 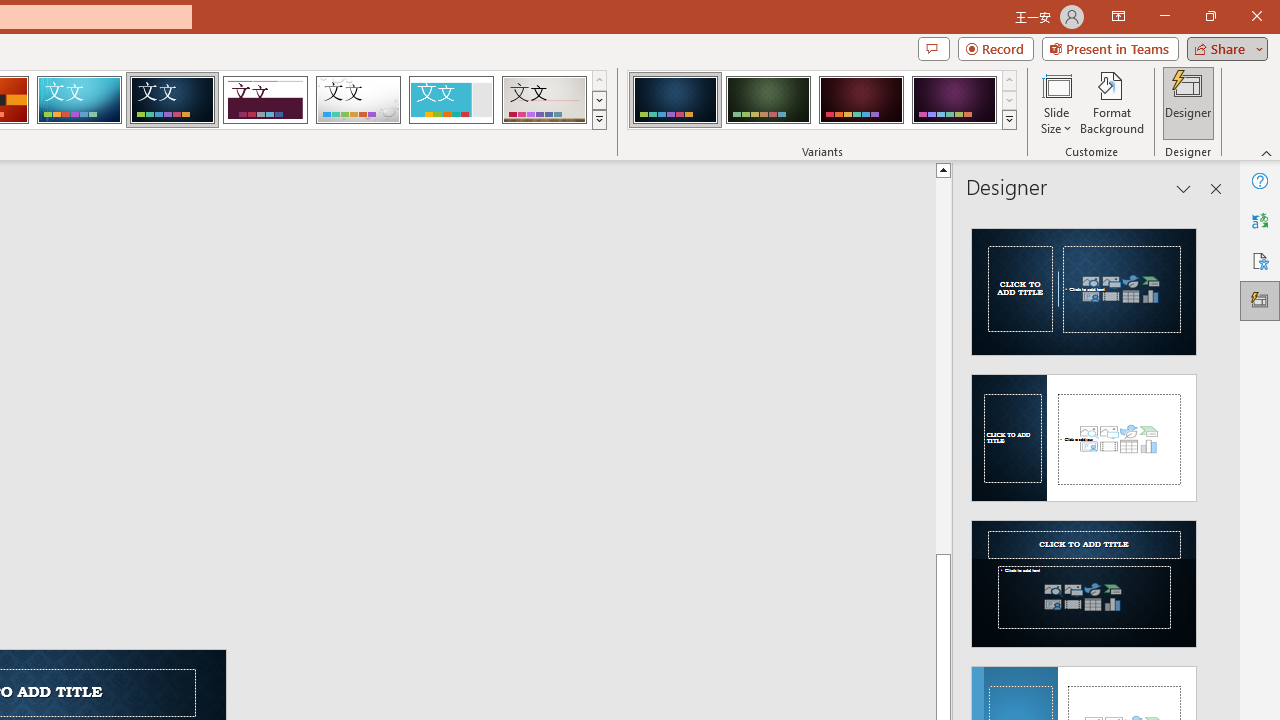 What do you see at coordinates (172, 100) in the screenshot?
I see `'Damask'` at bounding box center [172, 100].